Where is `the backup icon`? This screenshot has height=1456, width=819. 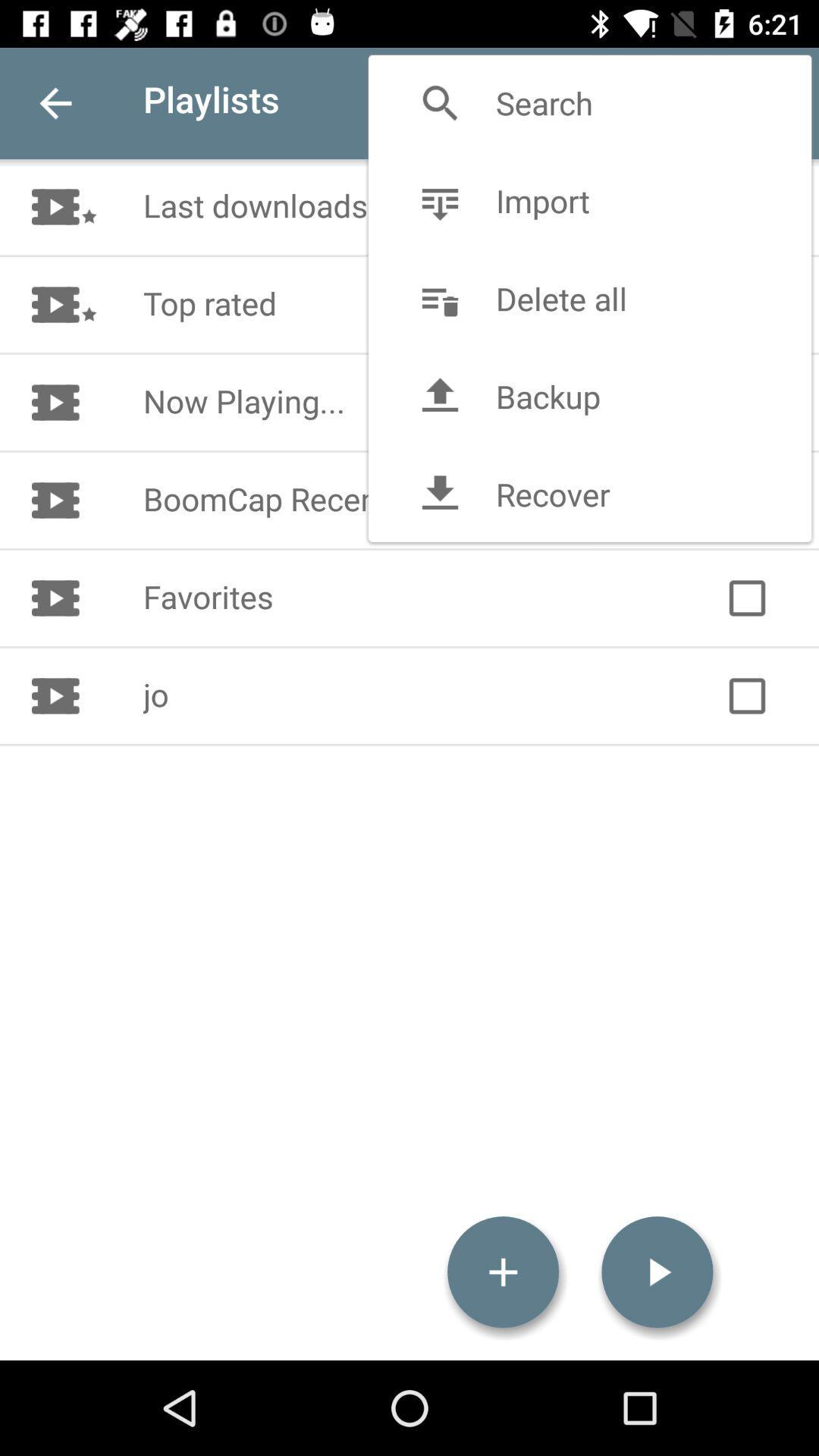 the backup icon is located at coordinates (440, 396).